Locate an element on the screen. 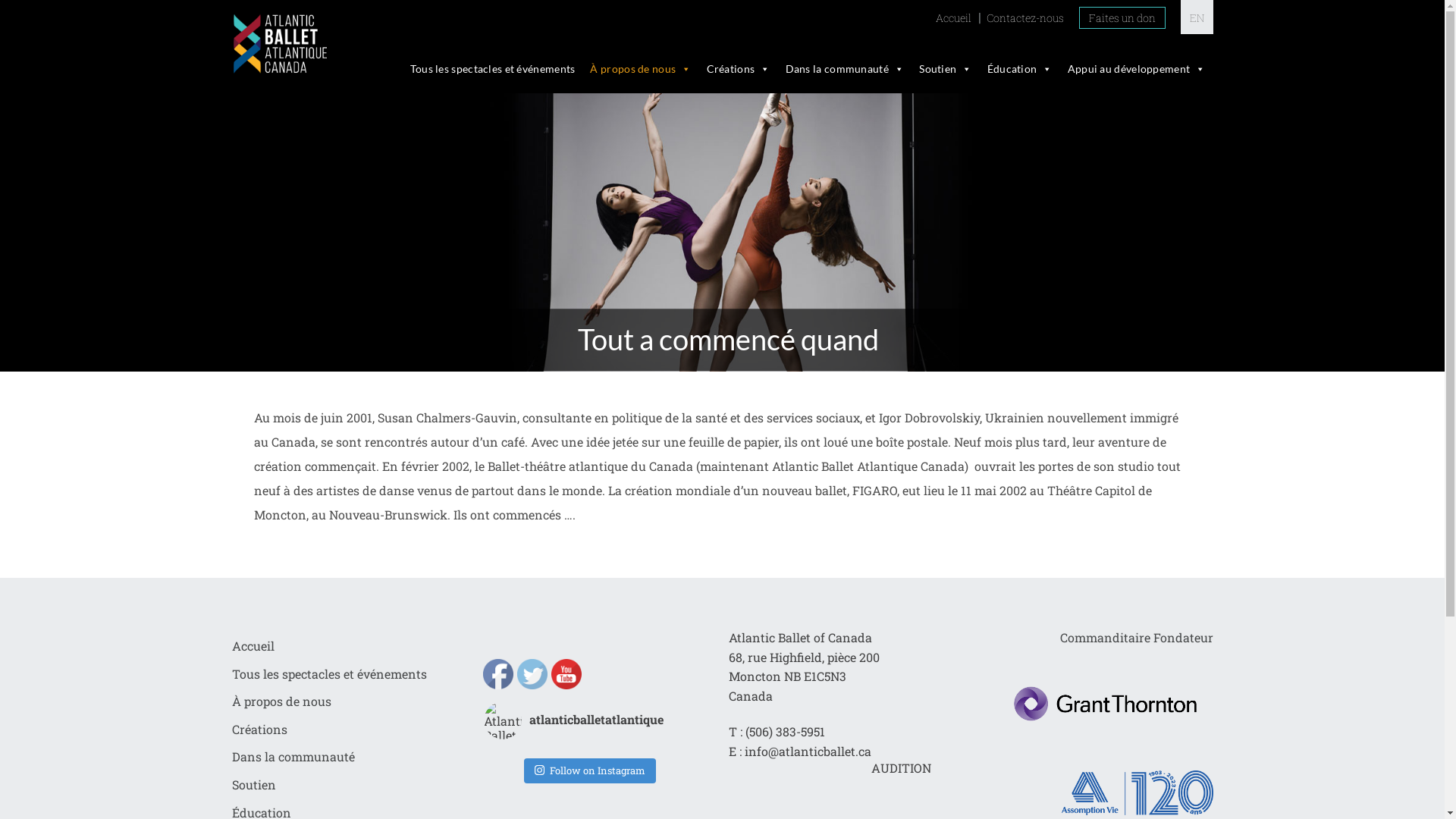 Image resolution: width=1456 pixels, height=819 pixels. 'Twitter' is located at coordinates (532, 673).